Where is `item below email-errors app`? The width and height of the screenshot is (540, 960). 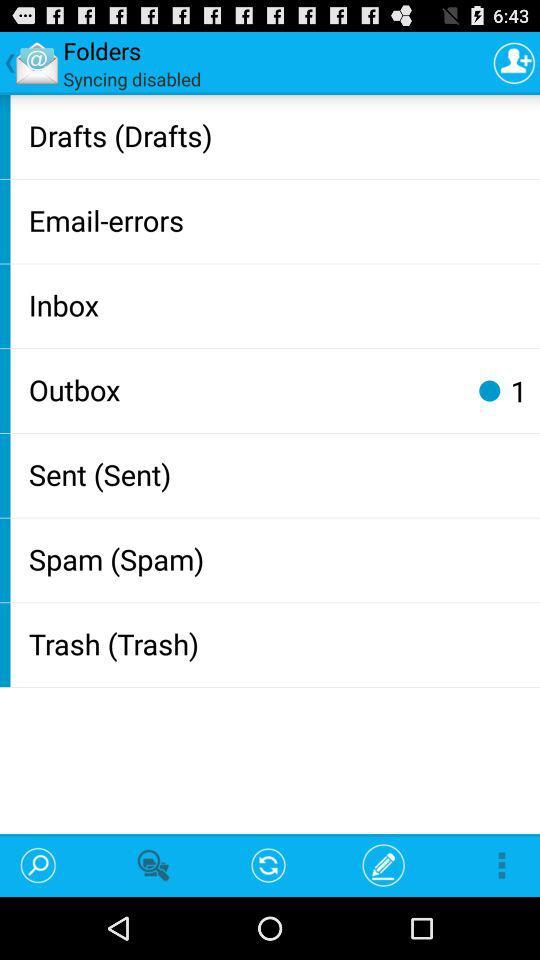
item below email-errors app is located at coordinates (279, 304).